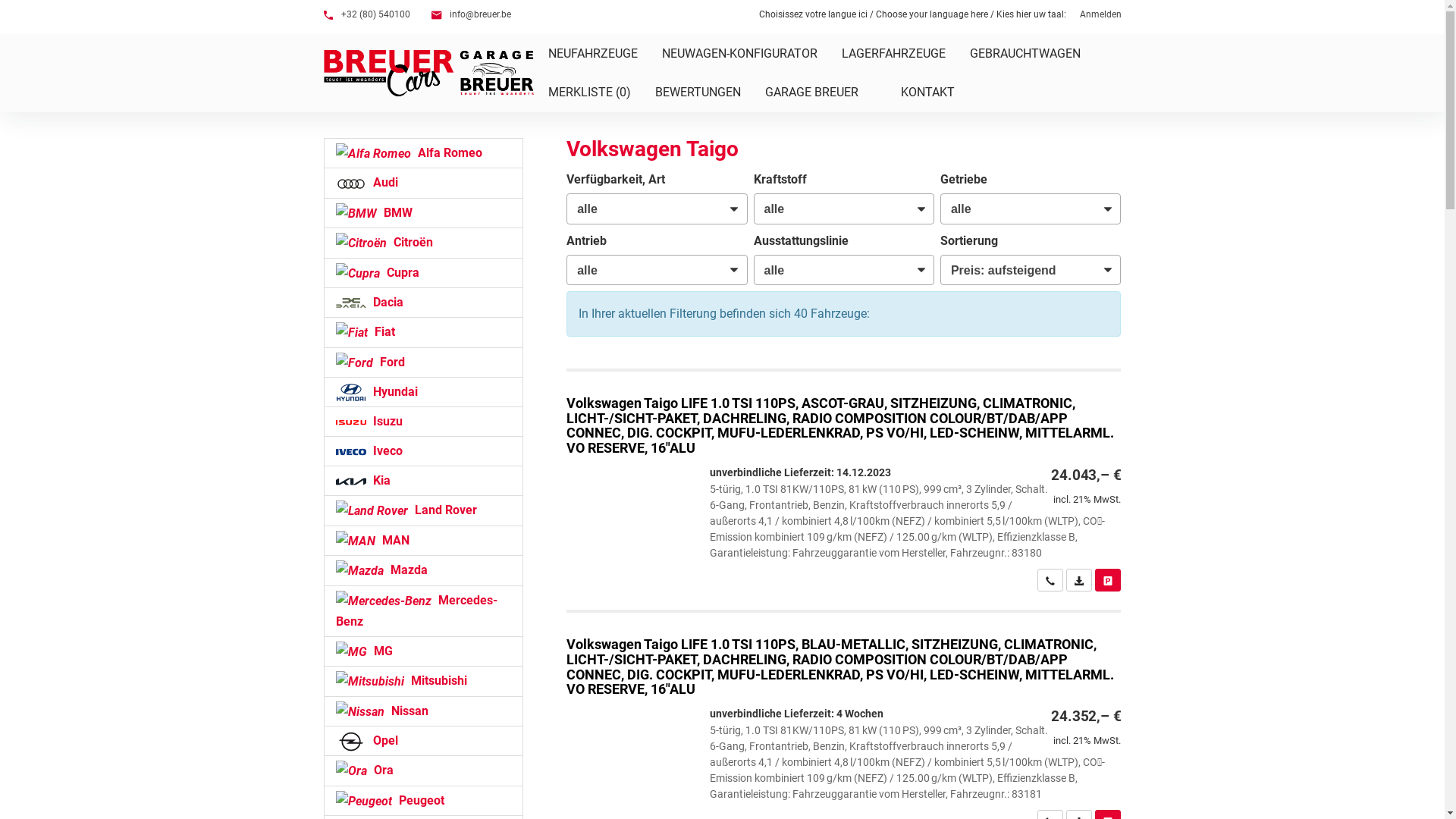 This screenshot has height=819, width=1456. What do you see at coordinates (422, 540) in the screenshot?
I see `'MAN'` at bounding box center [422, 540].